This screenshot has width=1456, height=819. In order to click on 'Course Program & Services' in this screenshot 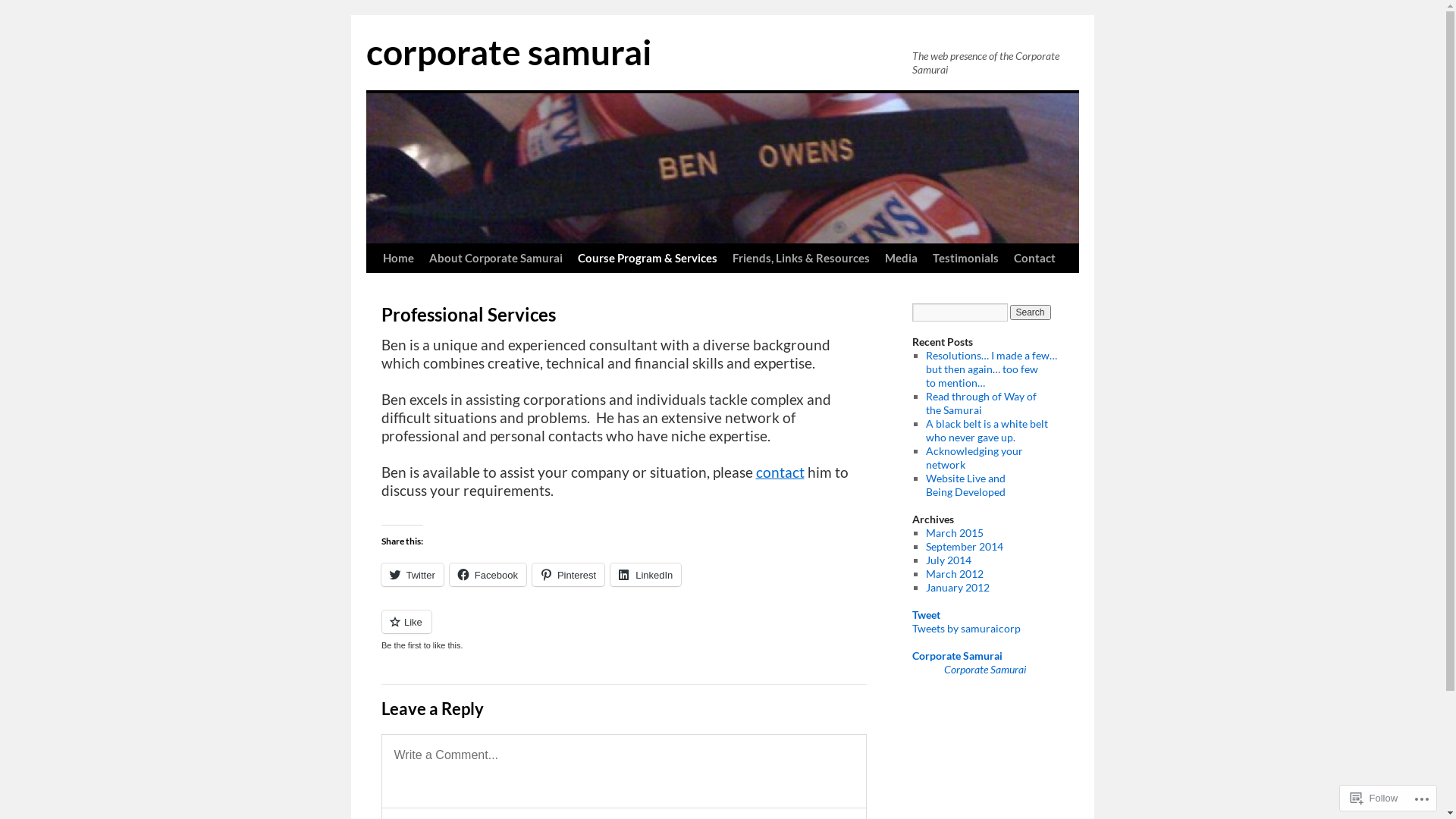, I will do `click(648, 257)`.